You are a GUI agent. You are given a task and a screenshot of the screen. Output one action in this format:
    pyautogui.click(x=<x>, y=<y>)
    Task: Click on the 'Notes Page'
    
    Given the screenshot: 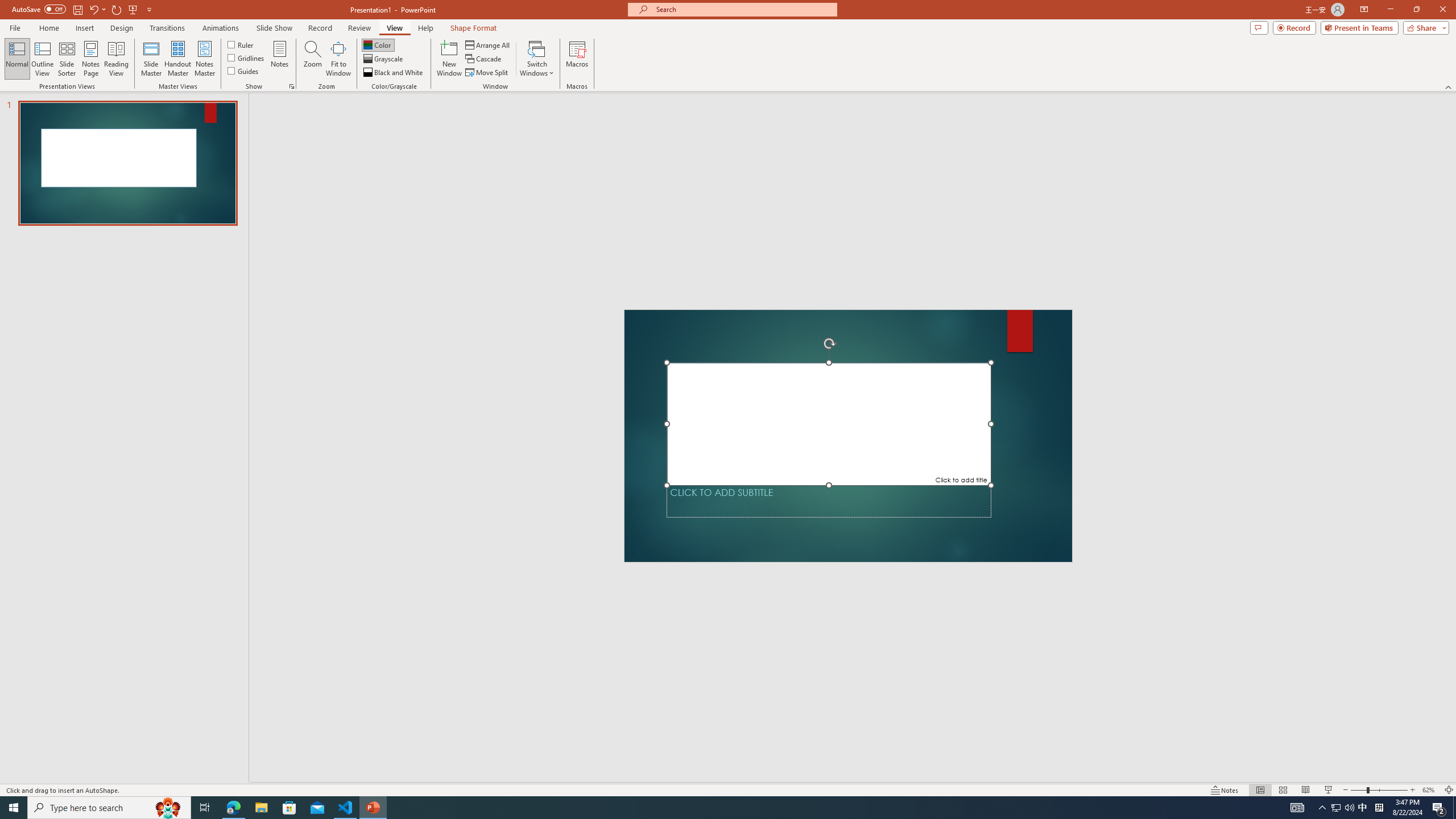 What is the action you would take?
    pyautogui.click(x=90, y=59)
    